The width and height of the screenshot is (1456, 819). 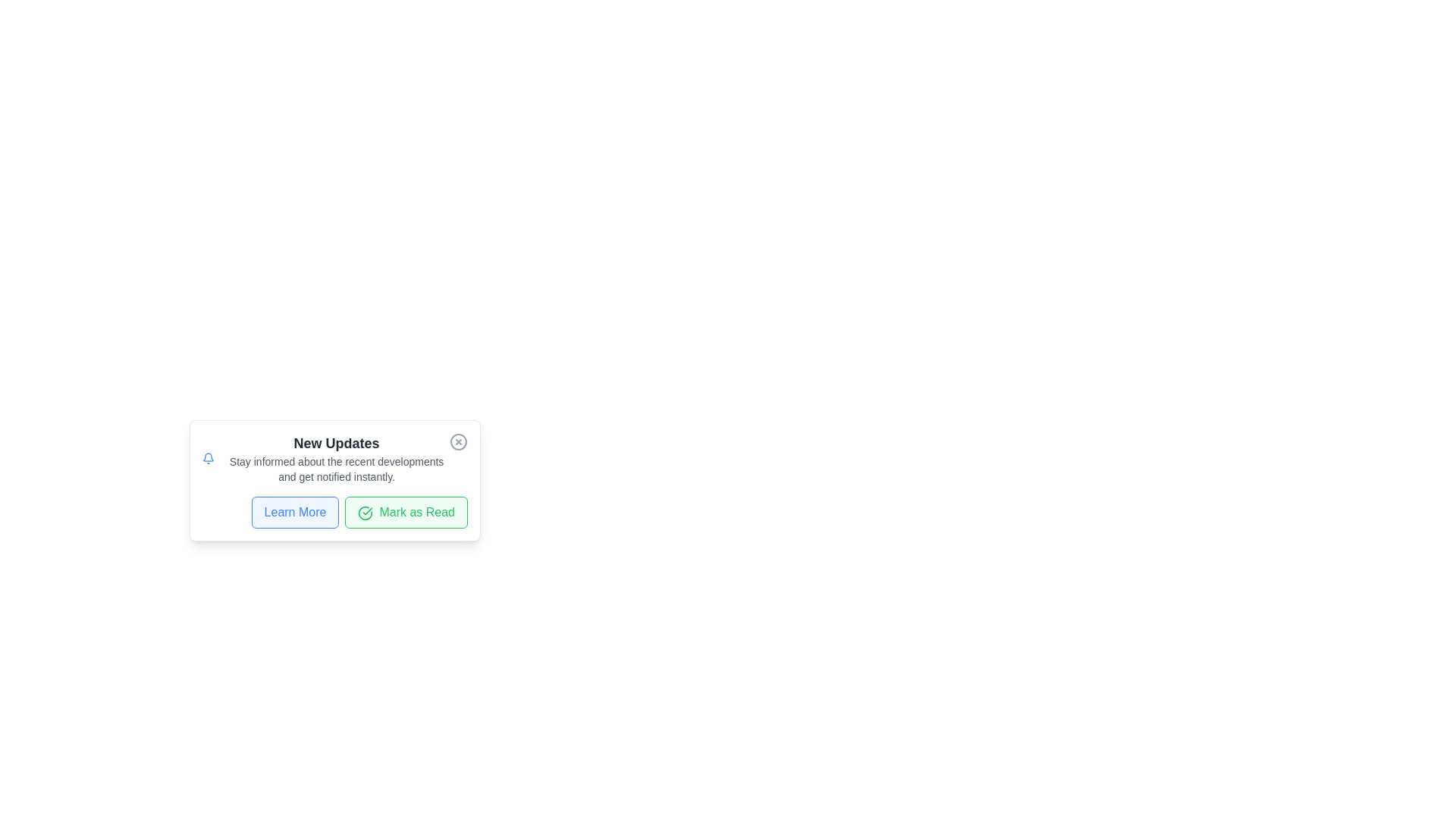 I want to click on the bottom part of the bell icon, which supports the notification feature in the modal notification element, so click(x=208, y=457).